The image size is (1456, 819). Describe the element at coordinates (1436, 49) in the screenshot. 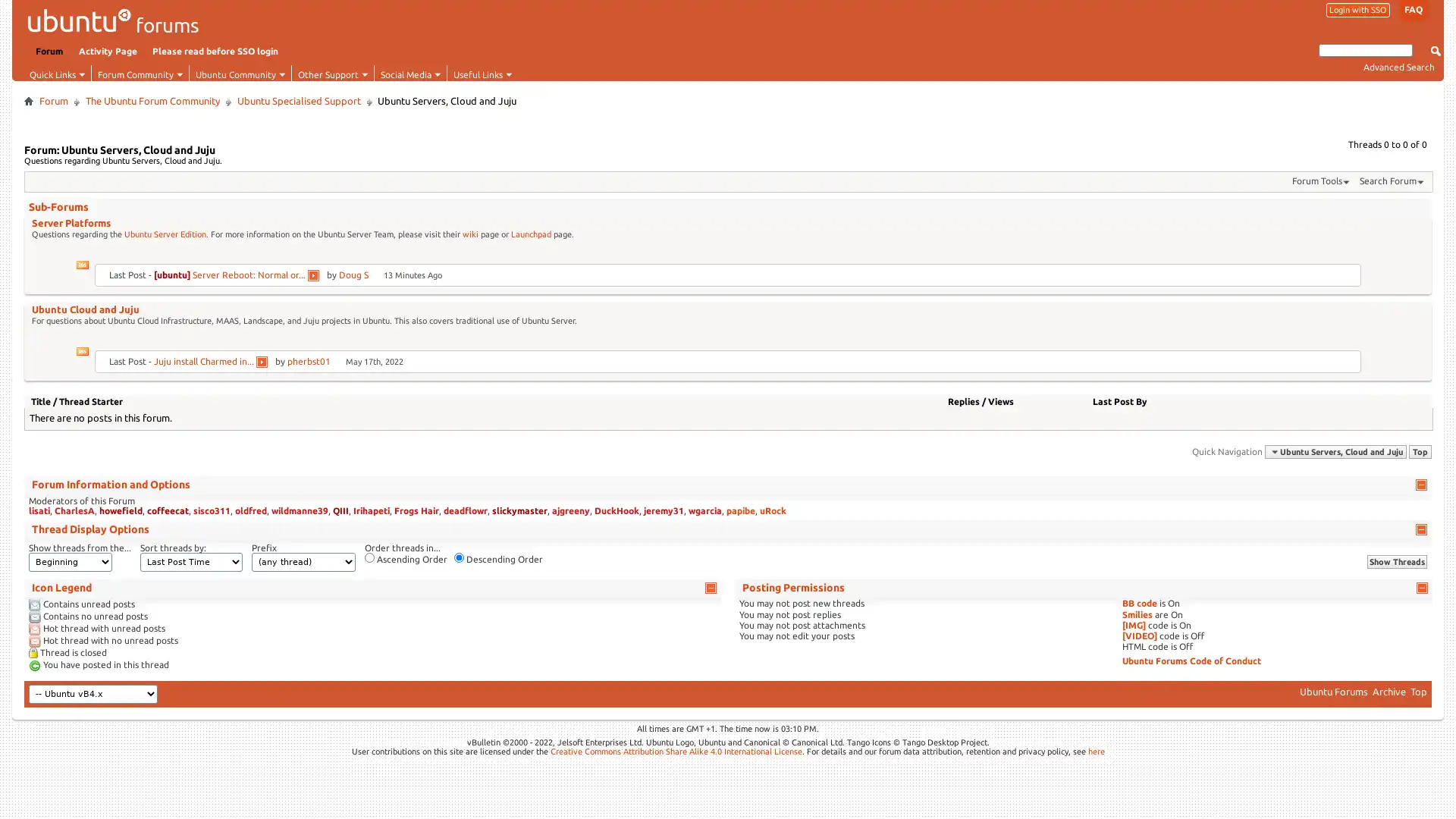

I see `Submit` at that location.